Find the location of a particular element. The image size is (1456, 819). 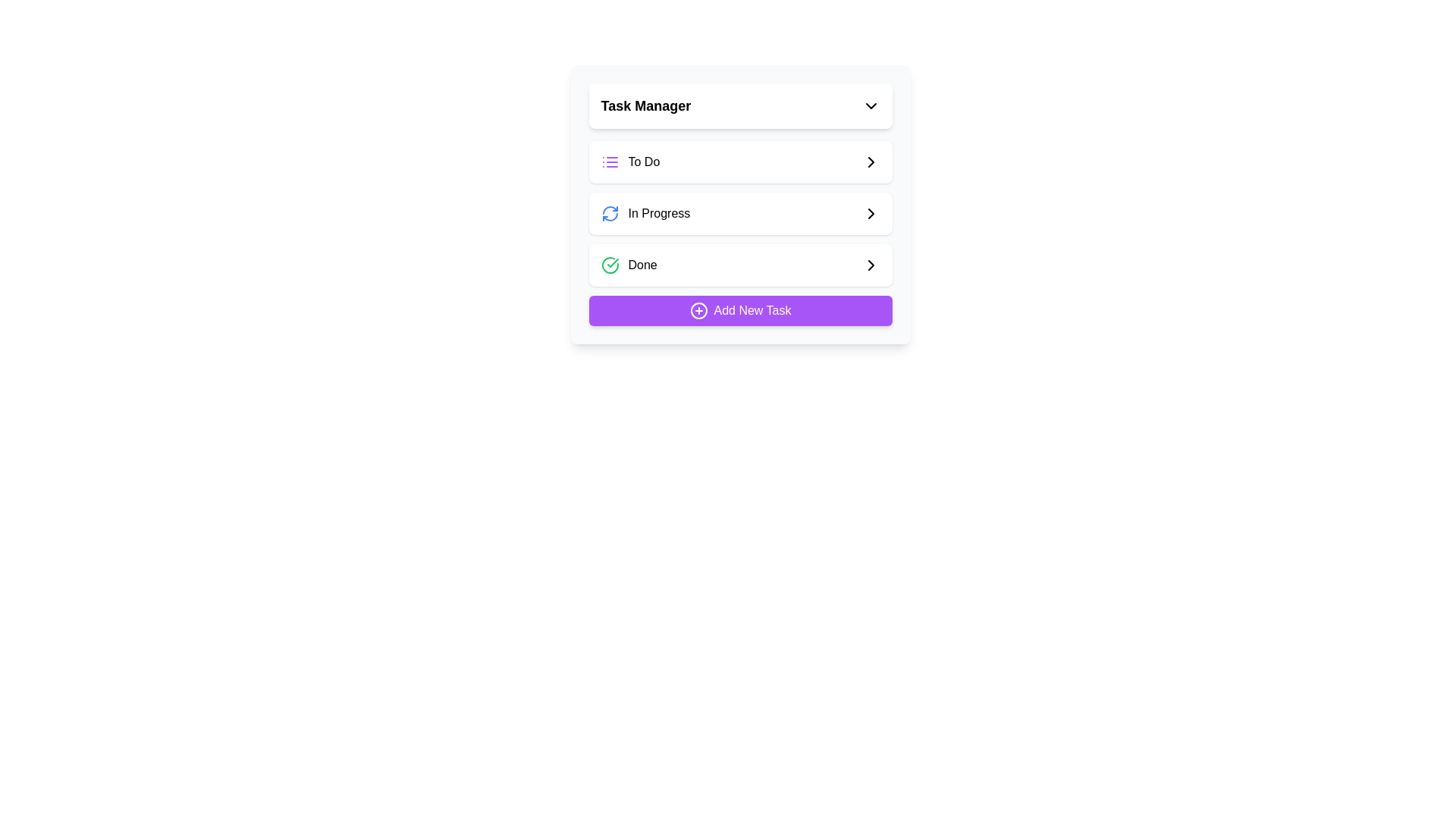

the chevron right icon located next to the 'Done' section label in the third row of the task status list is located at coordinates (871, 162).